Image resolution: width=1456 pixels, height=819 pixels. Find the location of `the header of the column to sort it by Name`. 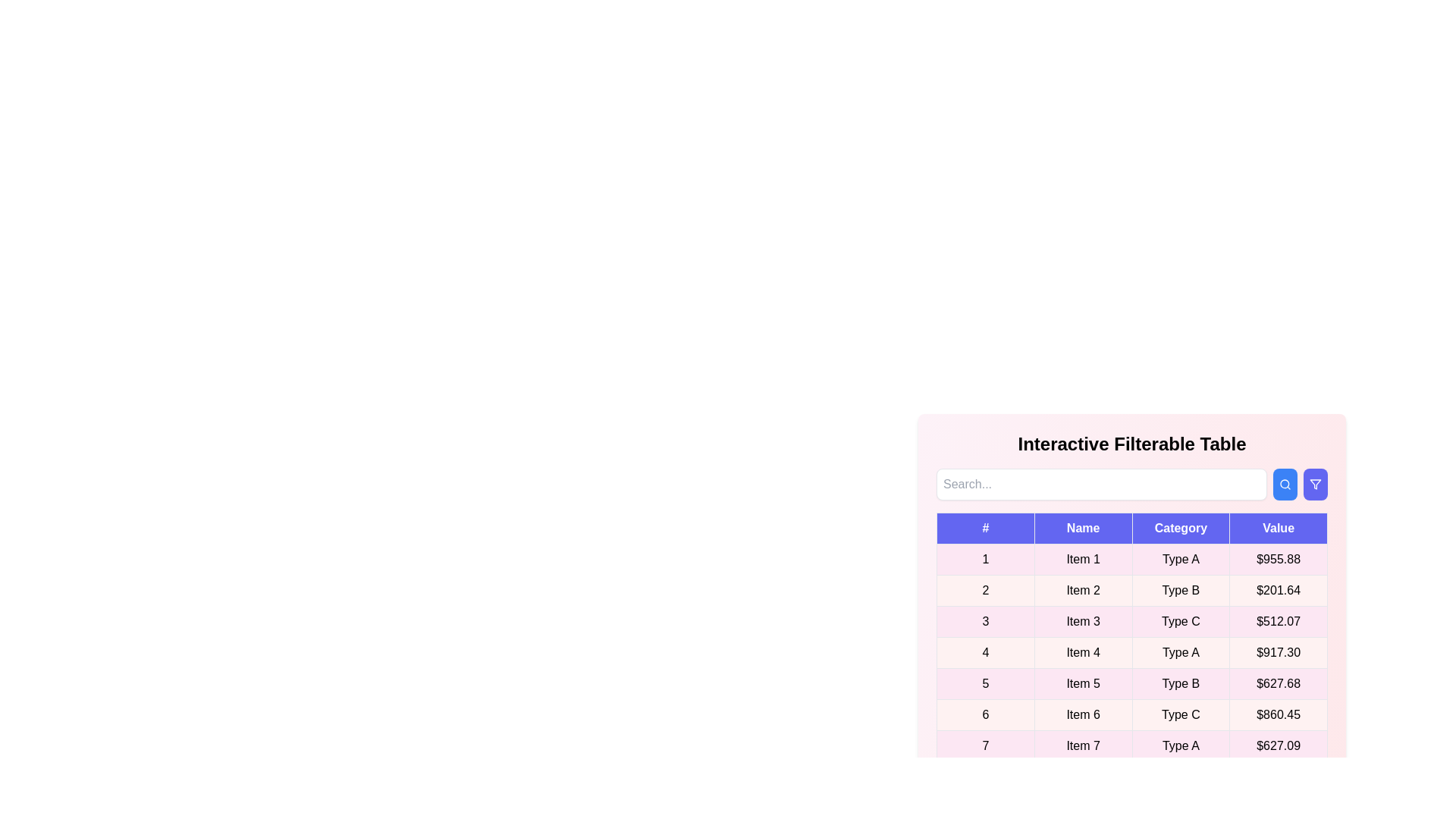

the header of the column to sort it by Name is located at coordinates (1082, 528).